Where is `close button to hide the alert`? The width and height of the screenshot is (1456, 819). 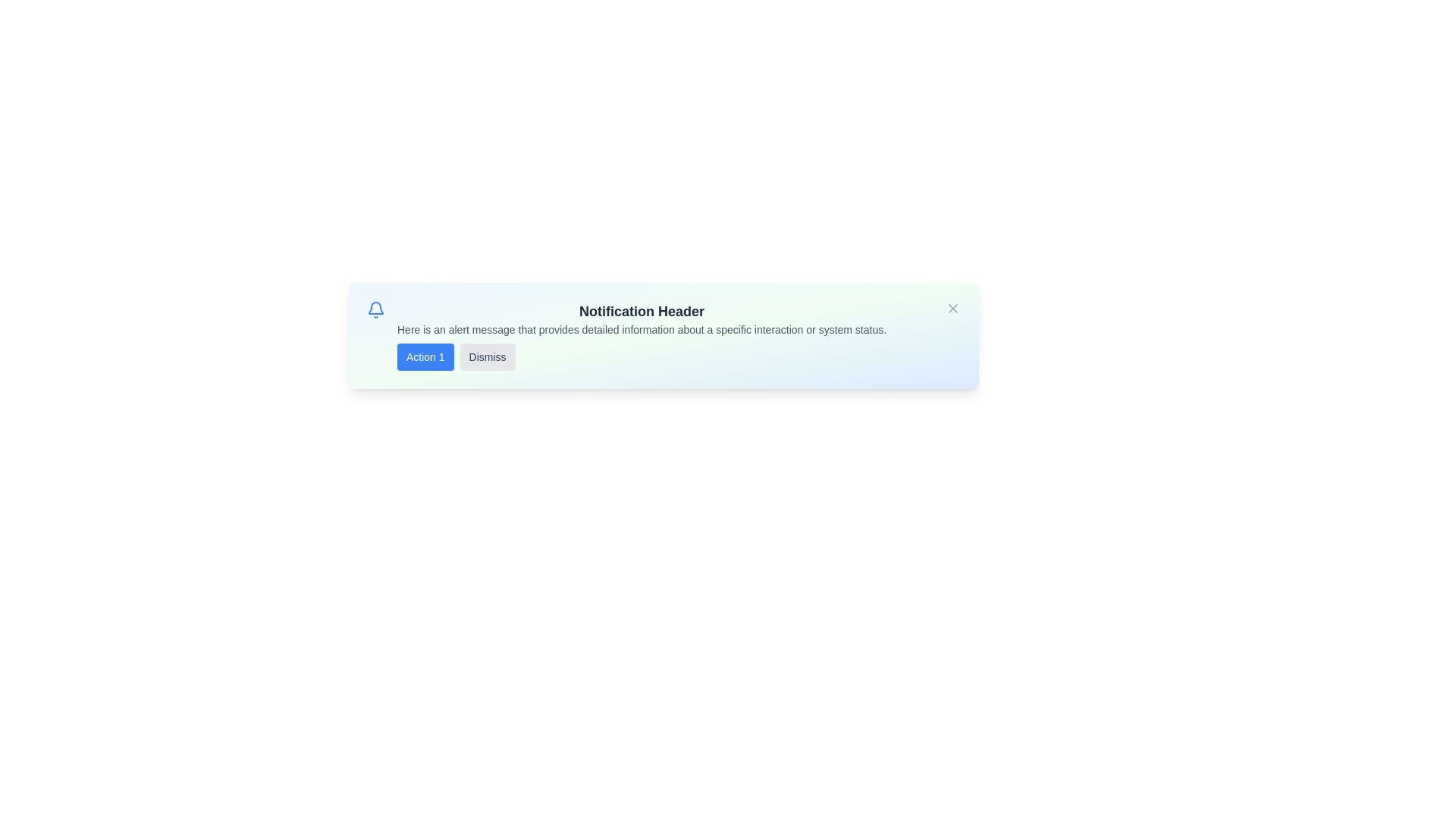
close button to hide the alert is located at coordinates (952, 308).